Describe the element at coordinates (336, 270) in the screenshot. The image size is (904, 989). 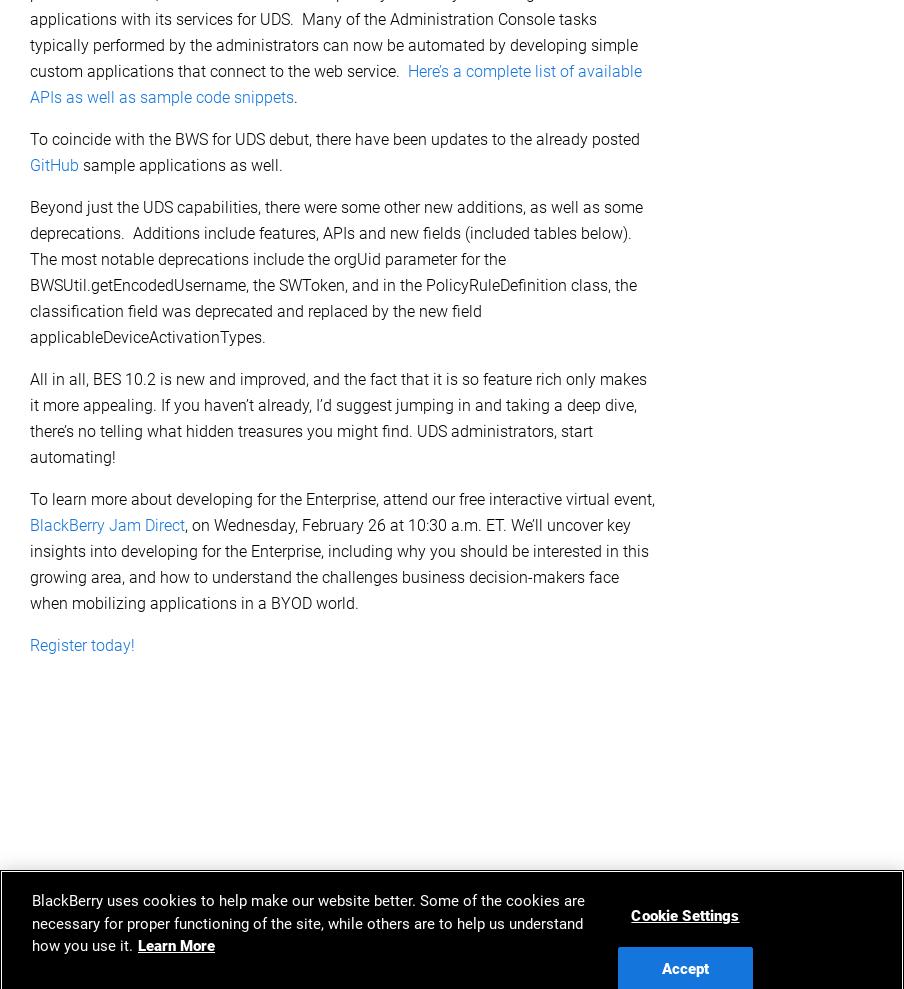
I see `'Beyond just the UDS capabilities, there were some other new additions, as well as some deprecations.  Additions include features, APIs and new fields (included tables below). The most notable deprecations include the orgUid parameter for the BWSUtil.getEncodedUsername, the SWToken, and in the PolicyRuleDefinition class, the classification field was deprecated and replaced by the new field applicableDeviceActivationTypes.'` at that location.